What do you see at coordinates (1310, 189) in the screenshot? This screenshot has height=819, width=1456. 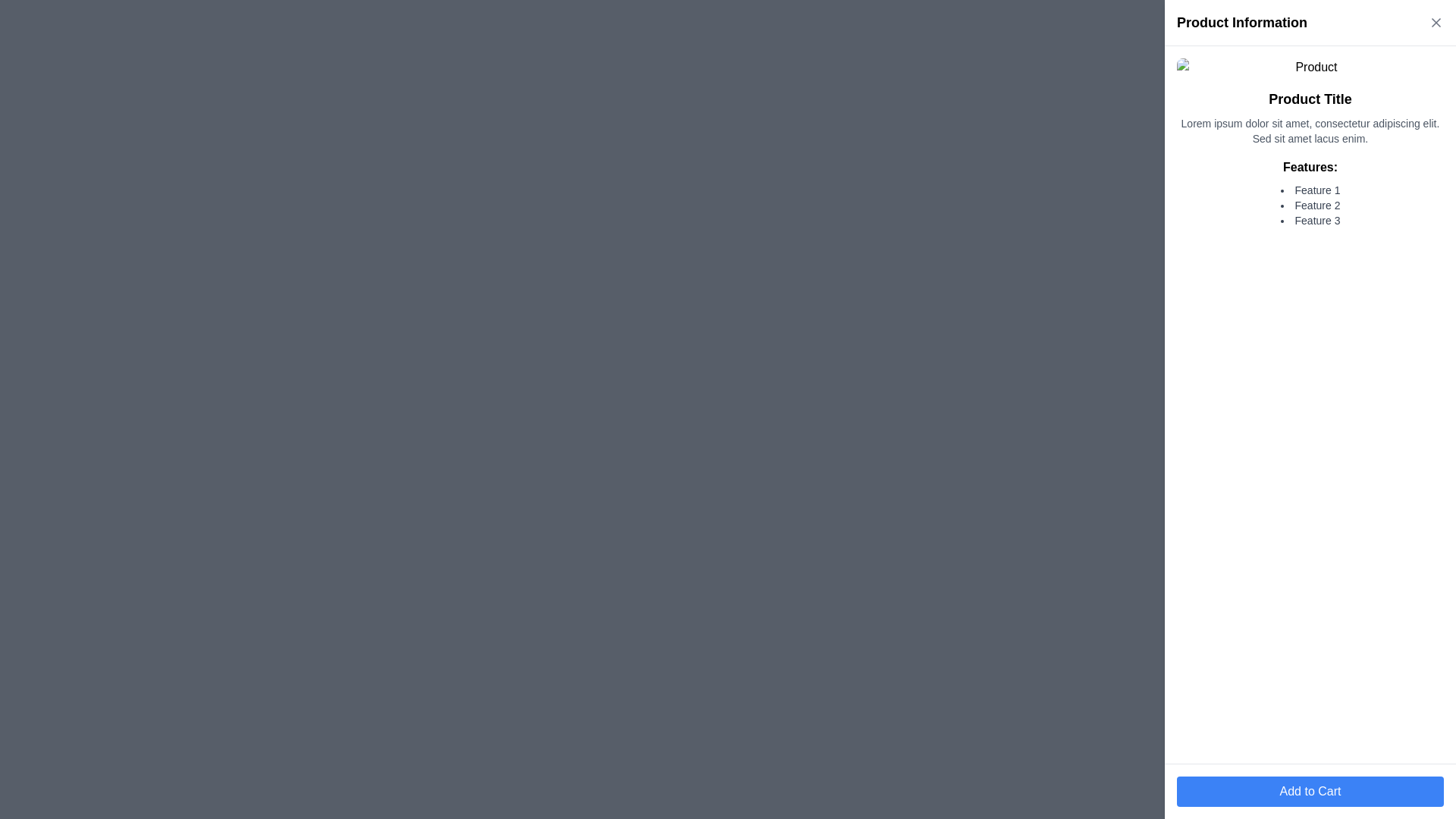 I see `the text element 'Feature 1' which is the first item in a bulleted list under the section labeled 'Features:'` at bounding box center [1310, 189].